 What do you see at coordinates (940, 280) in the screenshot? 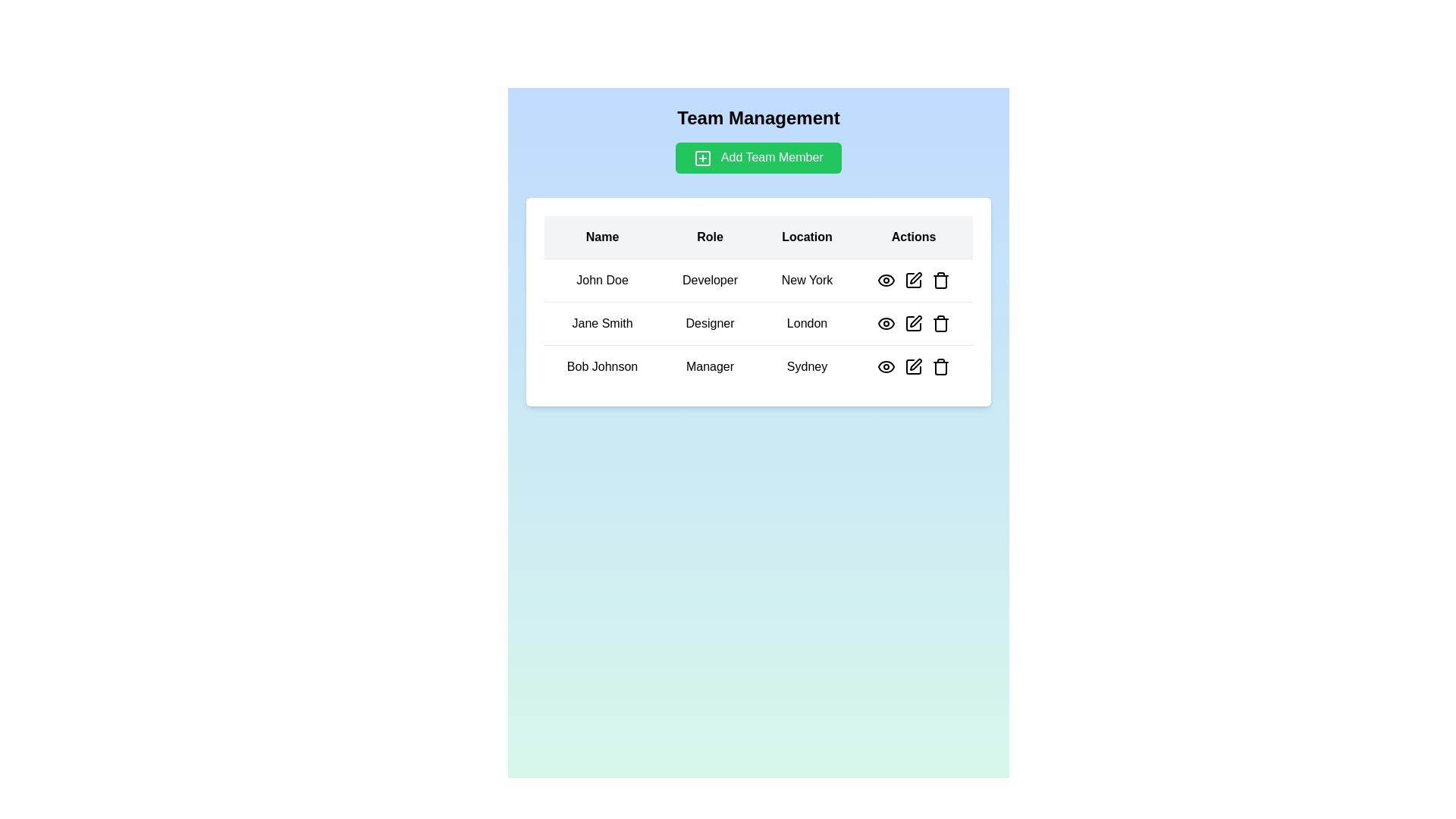
I see `the delete button located in the 'Actions' column of the first row in the table, which is the rightmost icon among a set of three interactive icons (view, edit, delete) to initiate the deletion action` at bounding box center [940, 280].